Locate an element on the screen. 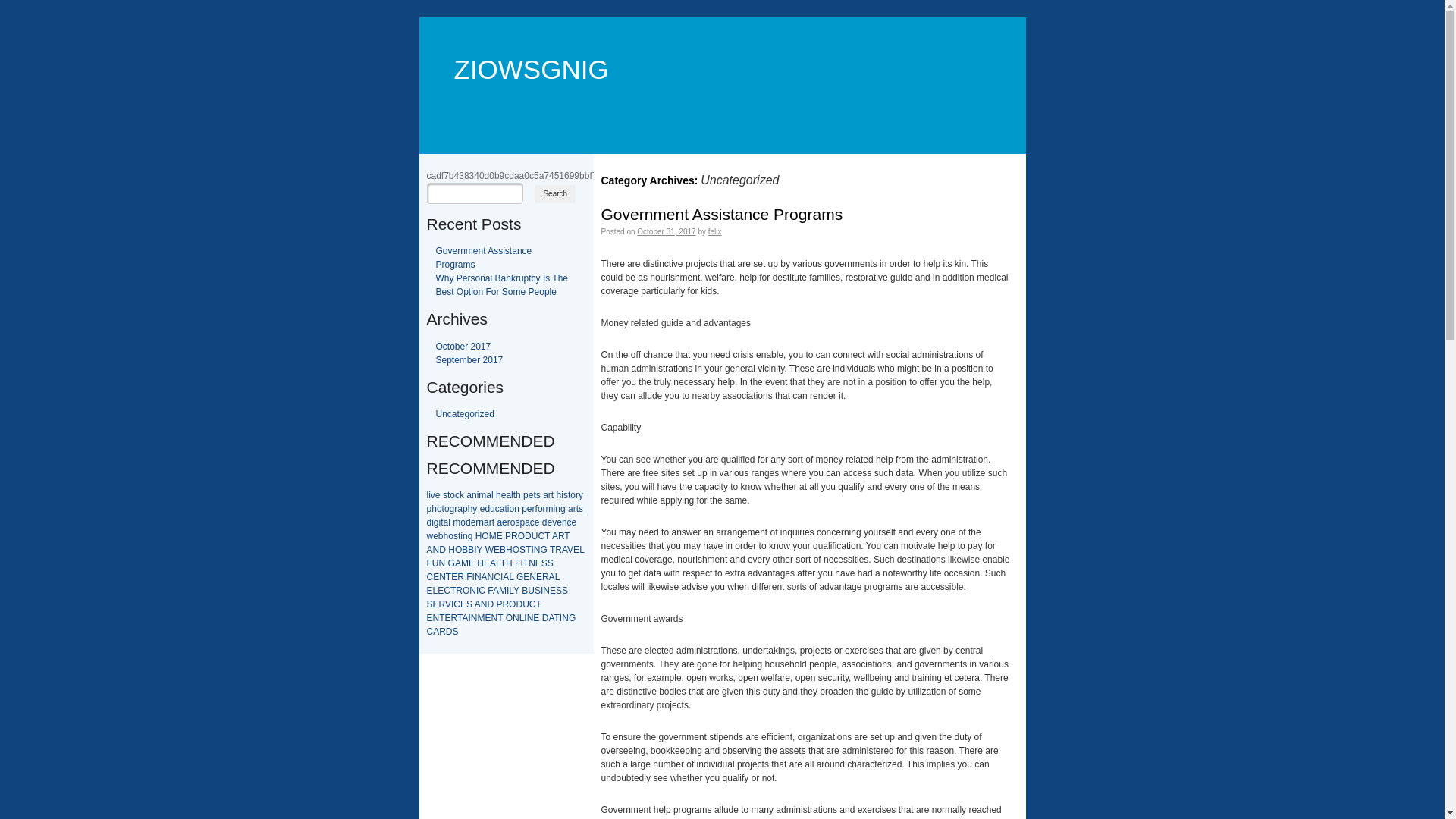  'o' is located at coordinates (451, 494).